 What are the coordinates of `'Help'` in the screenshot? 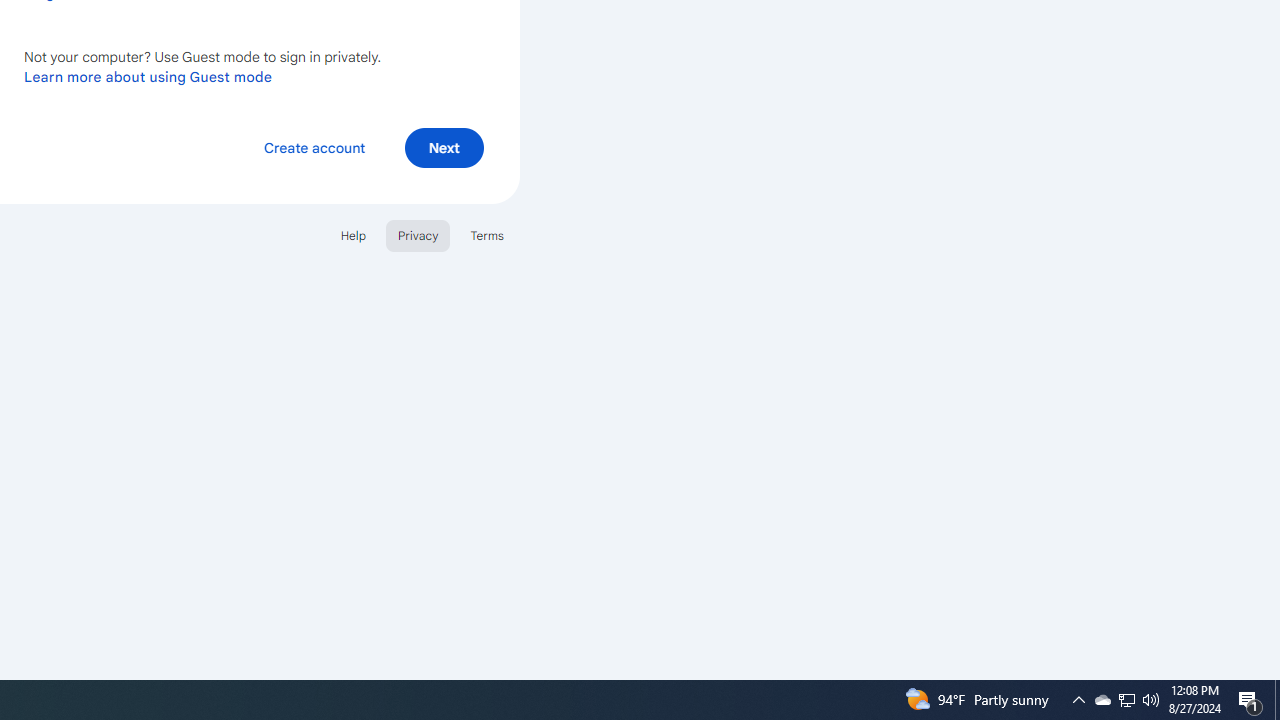 It's located at (352, 234).